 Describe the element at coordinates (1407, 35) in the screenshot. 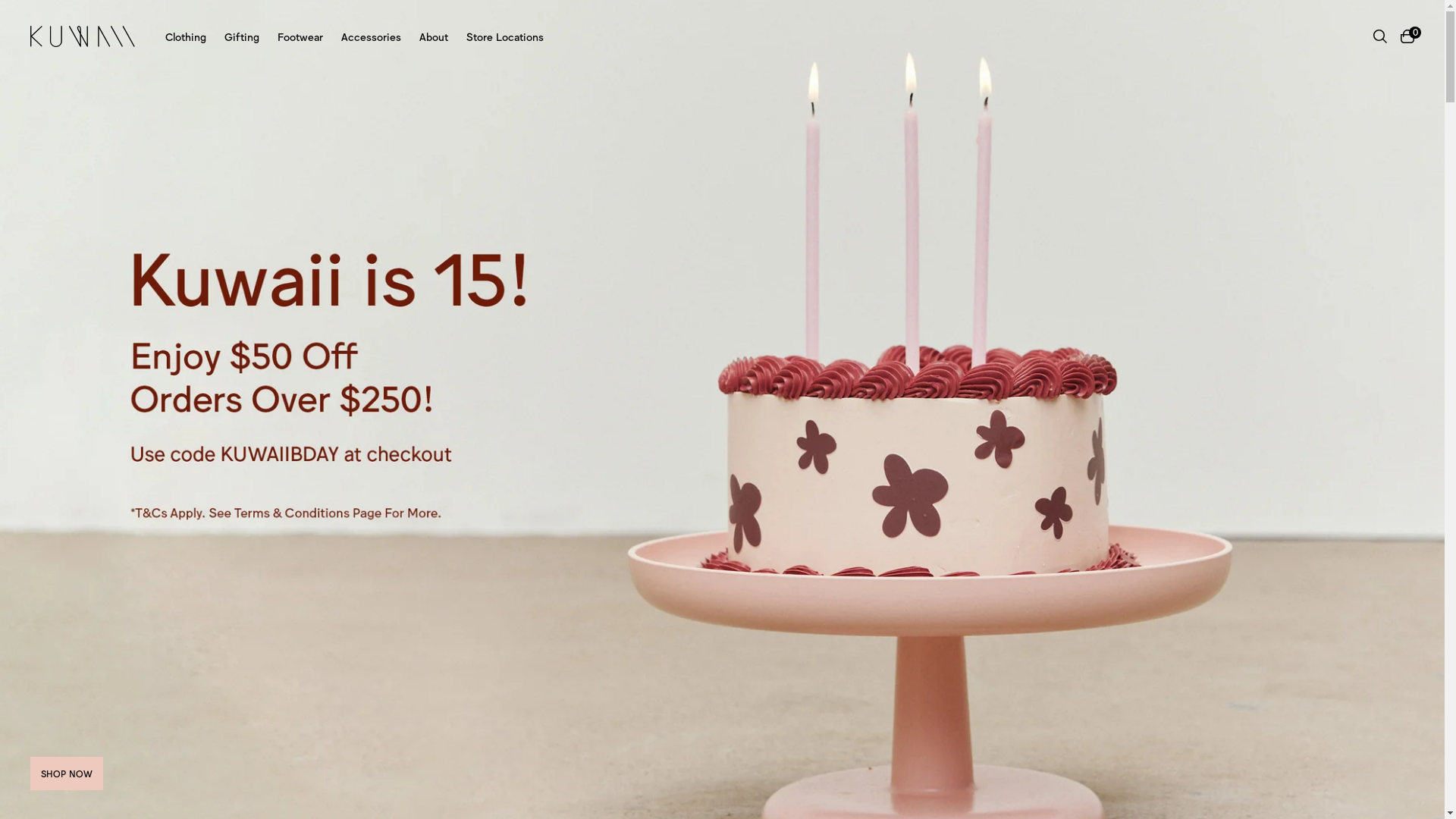

I see `'0'` at that location.